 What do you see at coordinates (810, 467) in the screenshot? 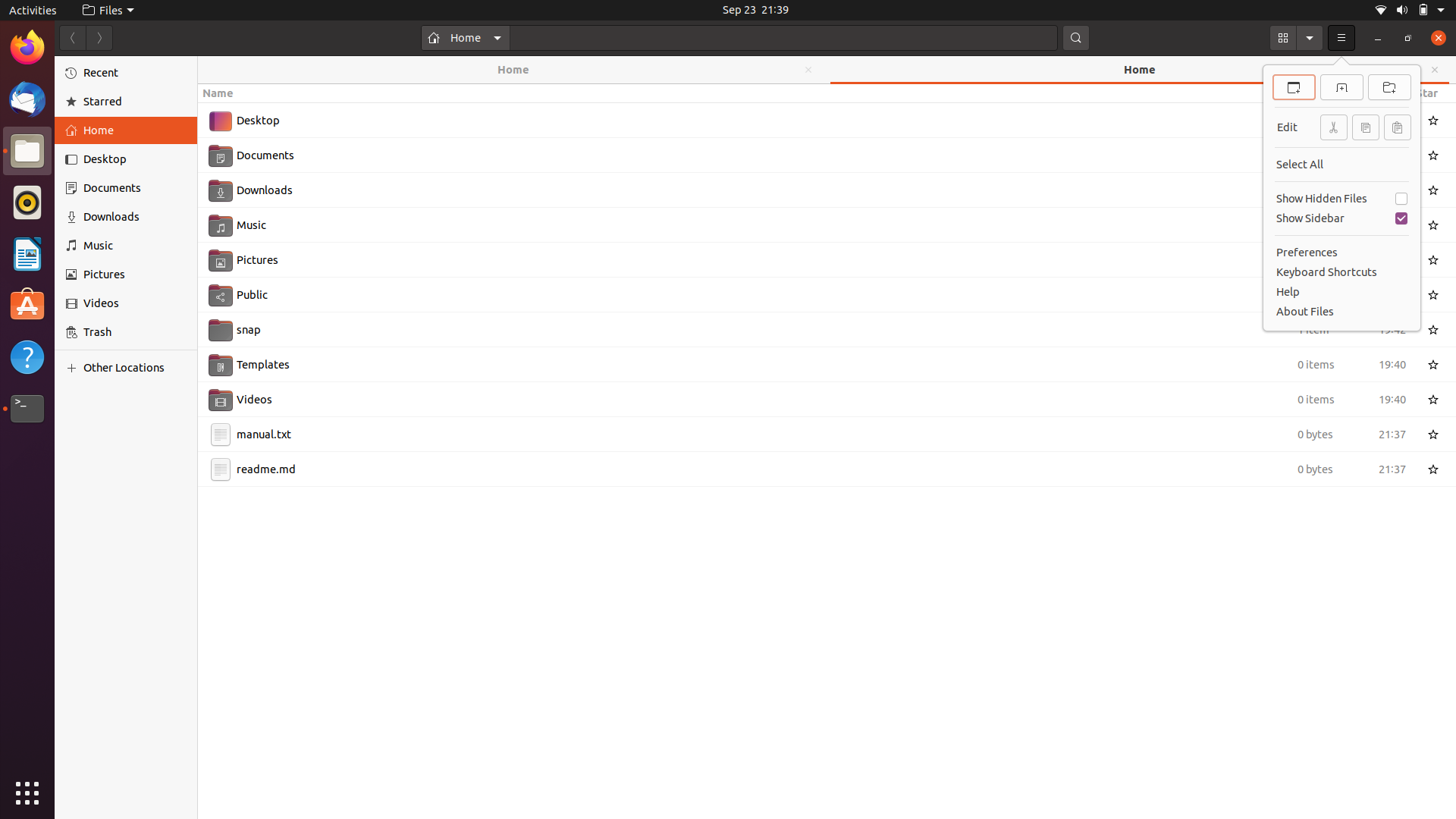
I see `Copy the file readme.md using keyboard` at bounding box center [810, 467].